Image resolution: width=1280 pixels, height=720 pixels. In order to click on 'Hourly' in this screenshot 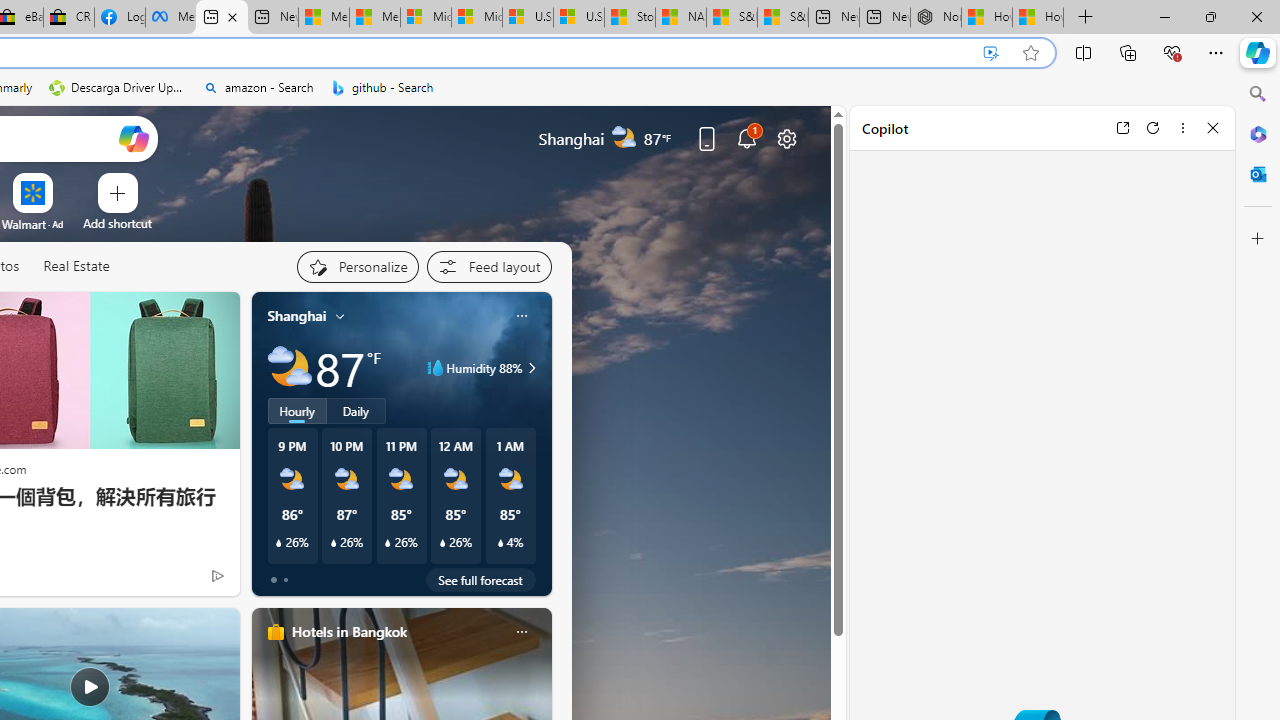, I will do `click(295, 410)`.